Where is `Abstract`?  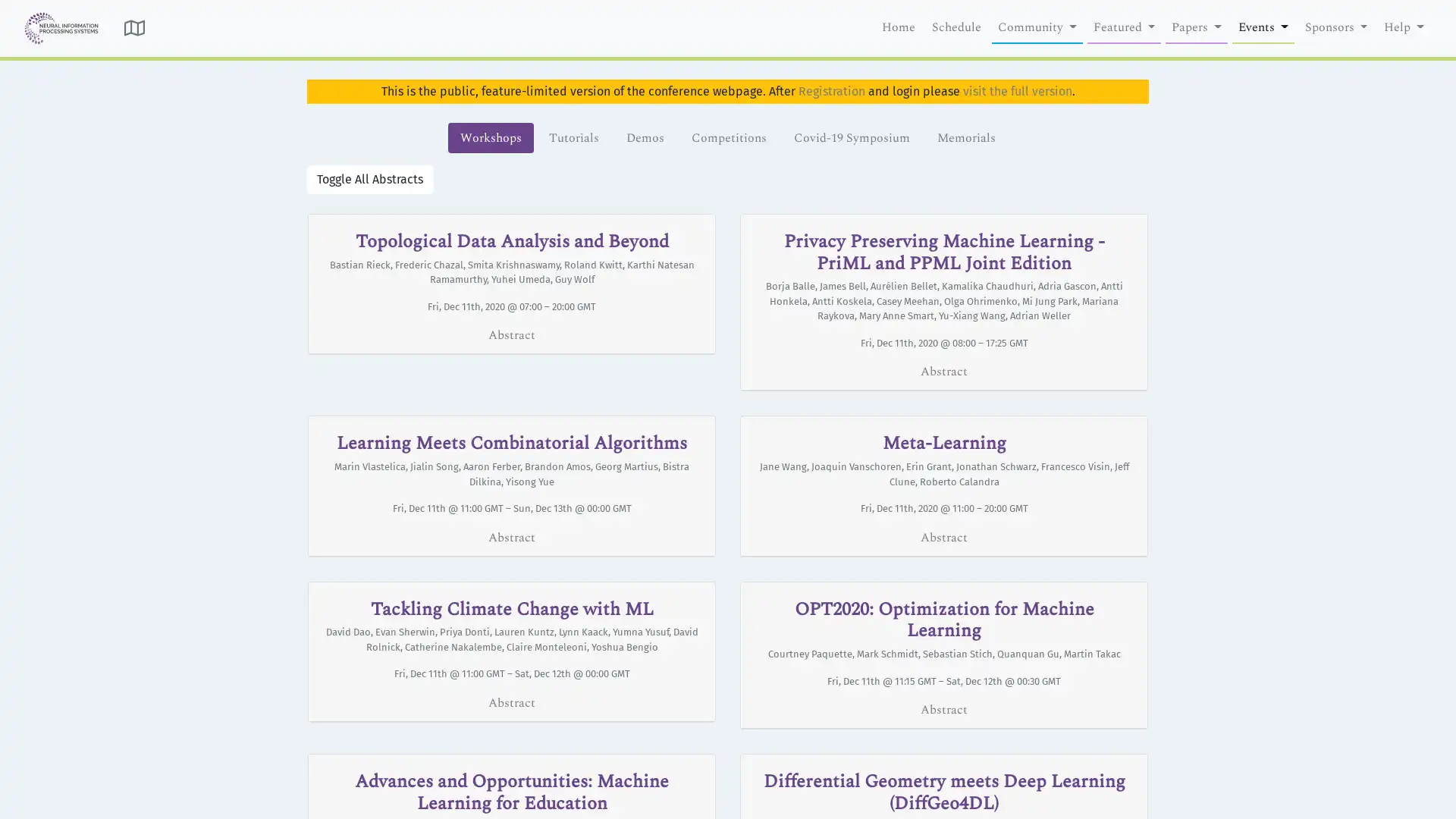 Abstract is located at coordinates (943, 536).